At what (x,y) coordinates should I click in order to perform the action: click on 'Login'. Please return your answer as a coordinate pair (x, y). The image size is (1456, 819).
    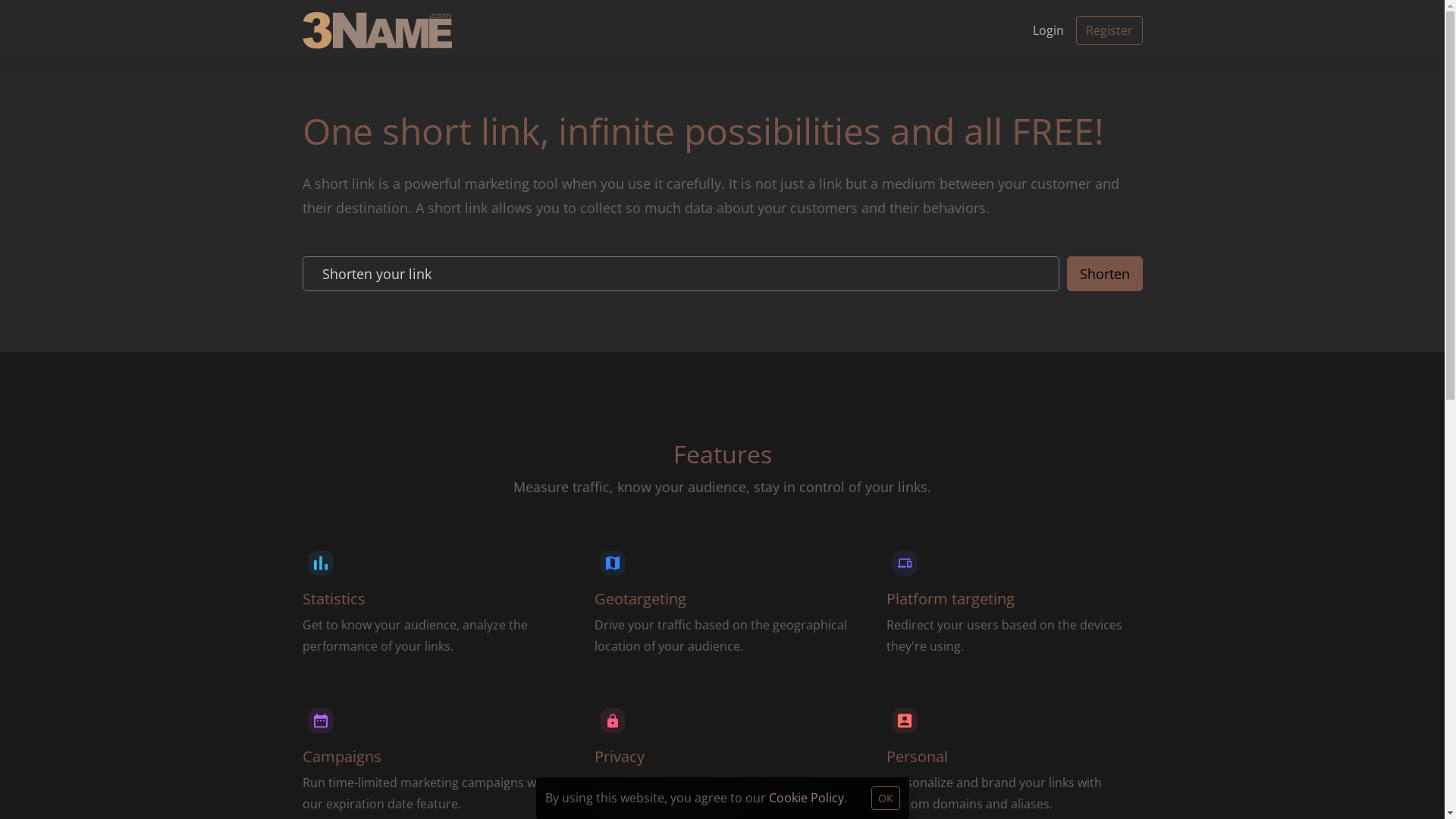
    Looking at the image, I should click on (1020, 30).